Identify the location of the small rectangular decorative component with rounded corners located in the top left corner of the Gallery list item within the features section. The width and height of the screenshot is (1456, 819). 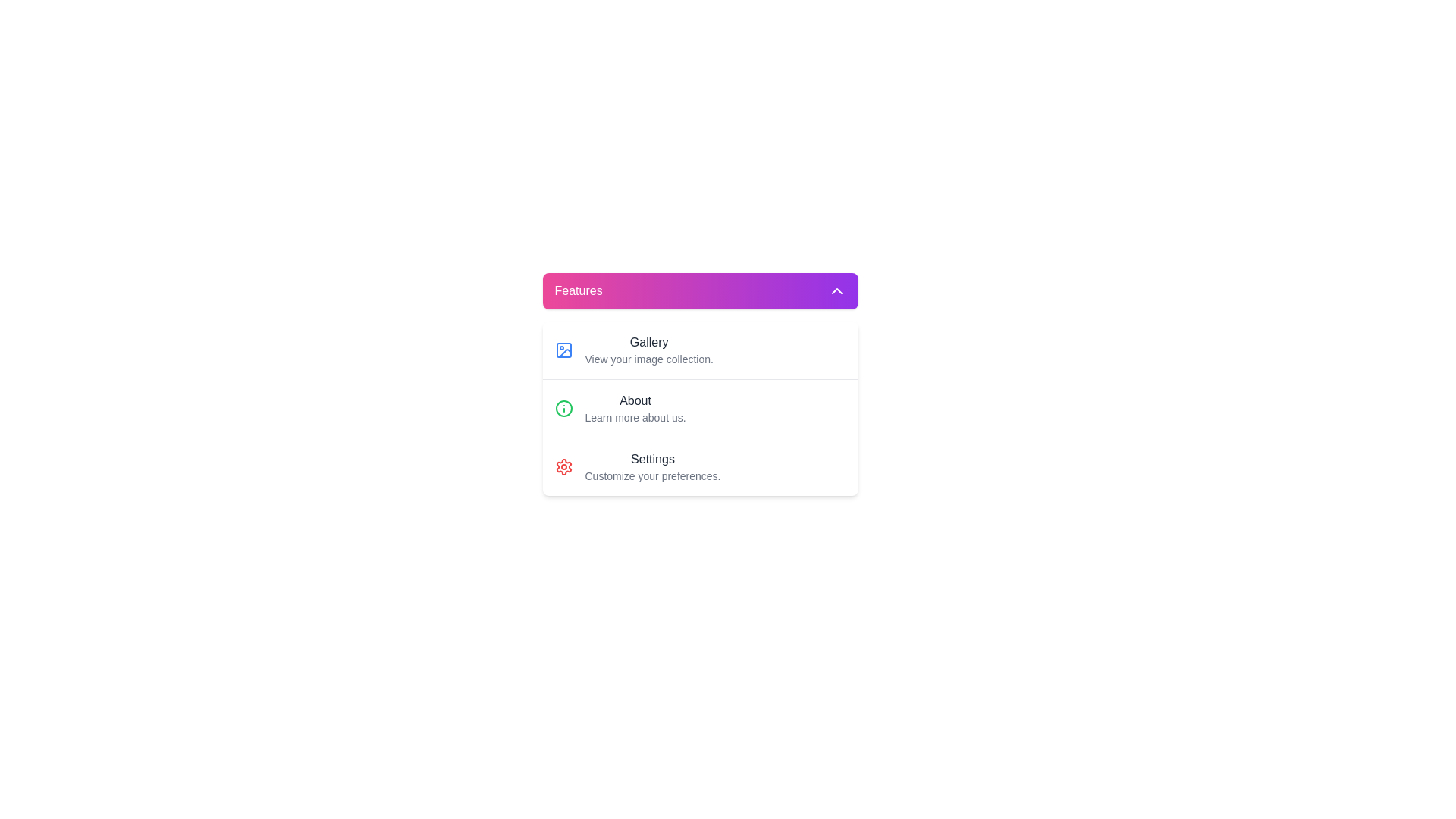
(563, 350).